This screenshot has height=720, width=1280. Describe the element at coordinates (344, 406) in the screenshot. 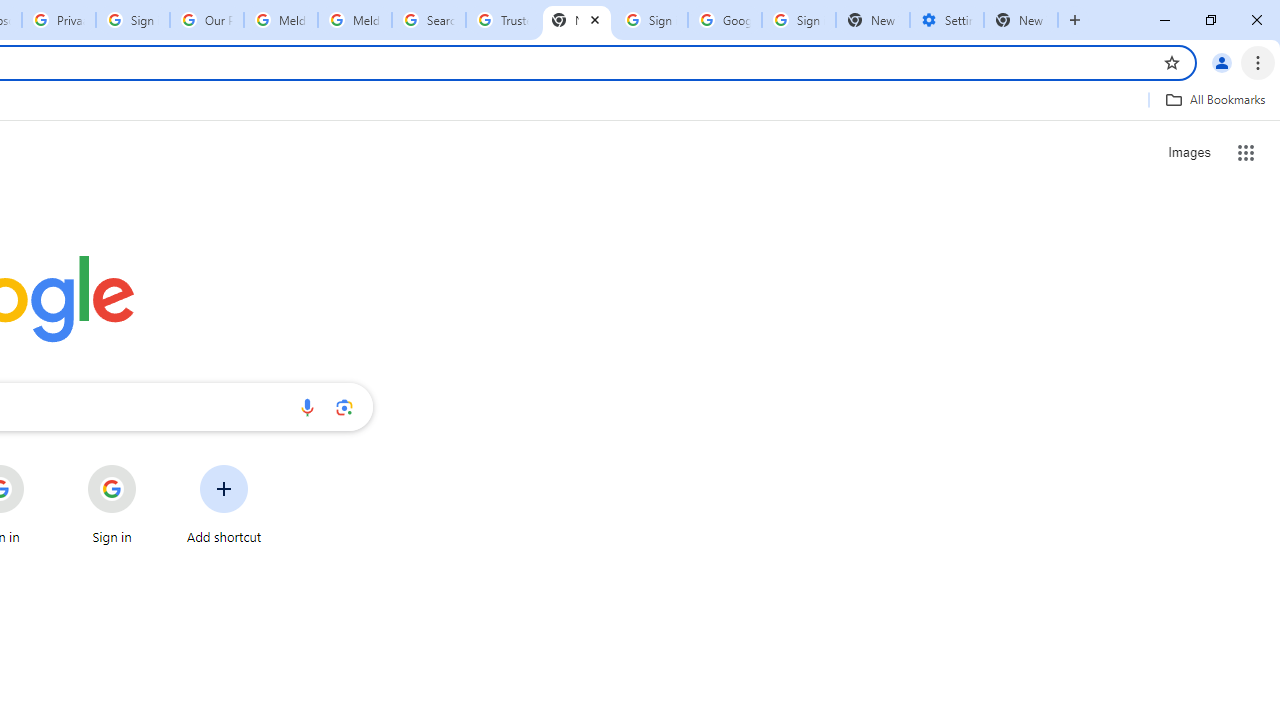

I see `'Search by image'` at that location.